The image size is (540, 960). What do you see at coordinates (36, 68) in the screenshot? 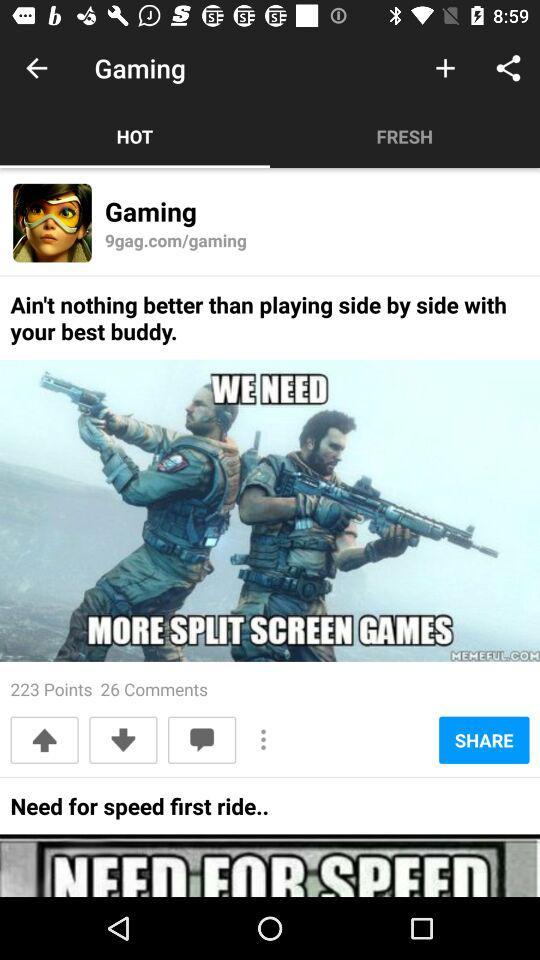
I see `item next to gaming icon` at bounding box center [36, 68].